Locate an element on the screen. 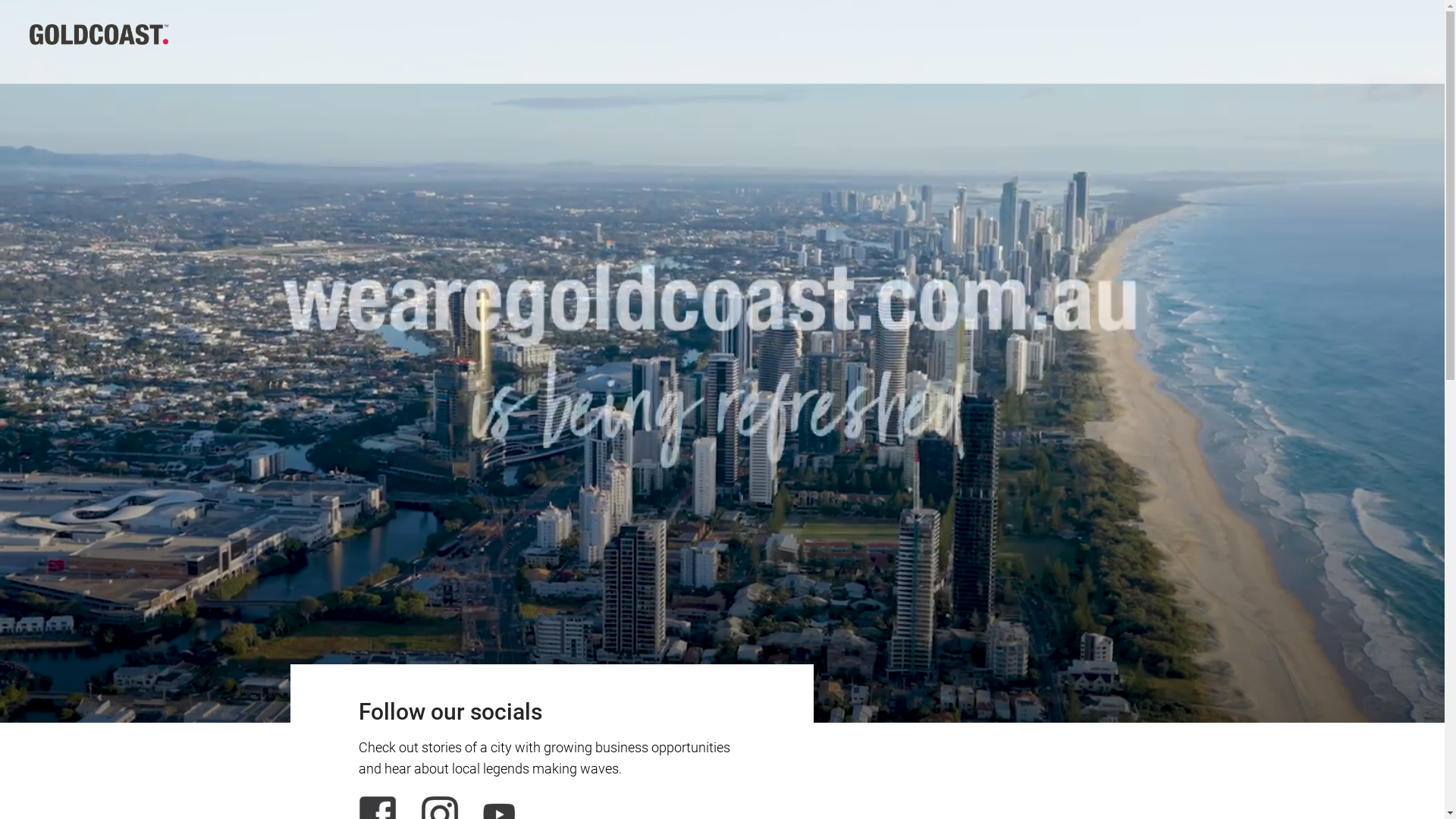 Image resolution: width=1456 pixels, height=819 pixels. 'Wearegc' is located at coordinates (98, 33).